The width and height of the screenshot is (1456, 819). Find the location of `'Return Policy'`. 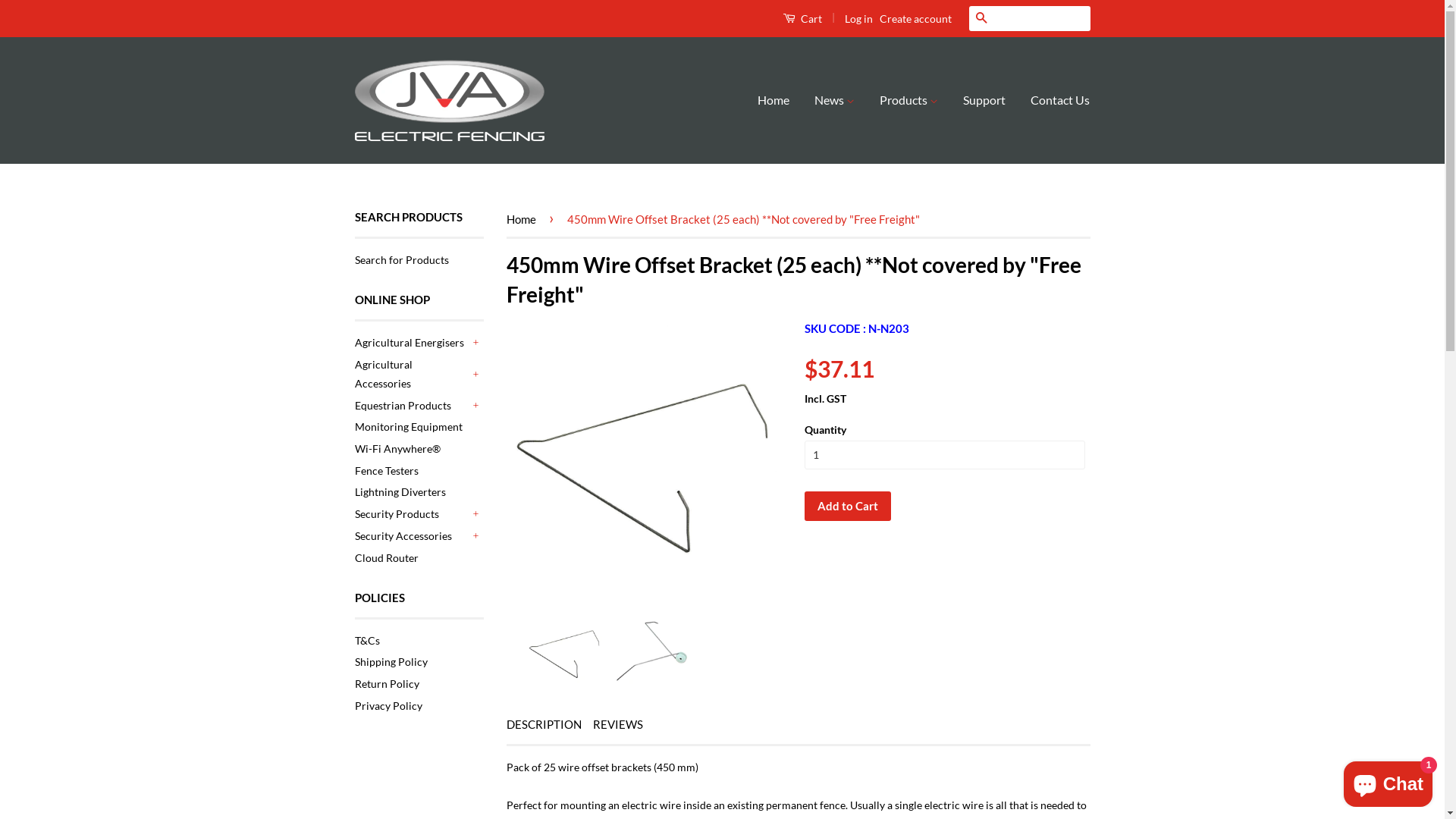

'Return Policy' is located at coordinates (387, 683).